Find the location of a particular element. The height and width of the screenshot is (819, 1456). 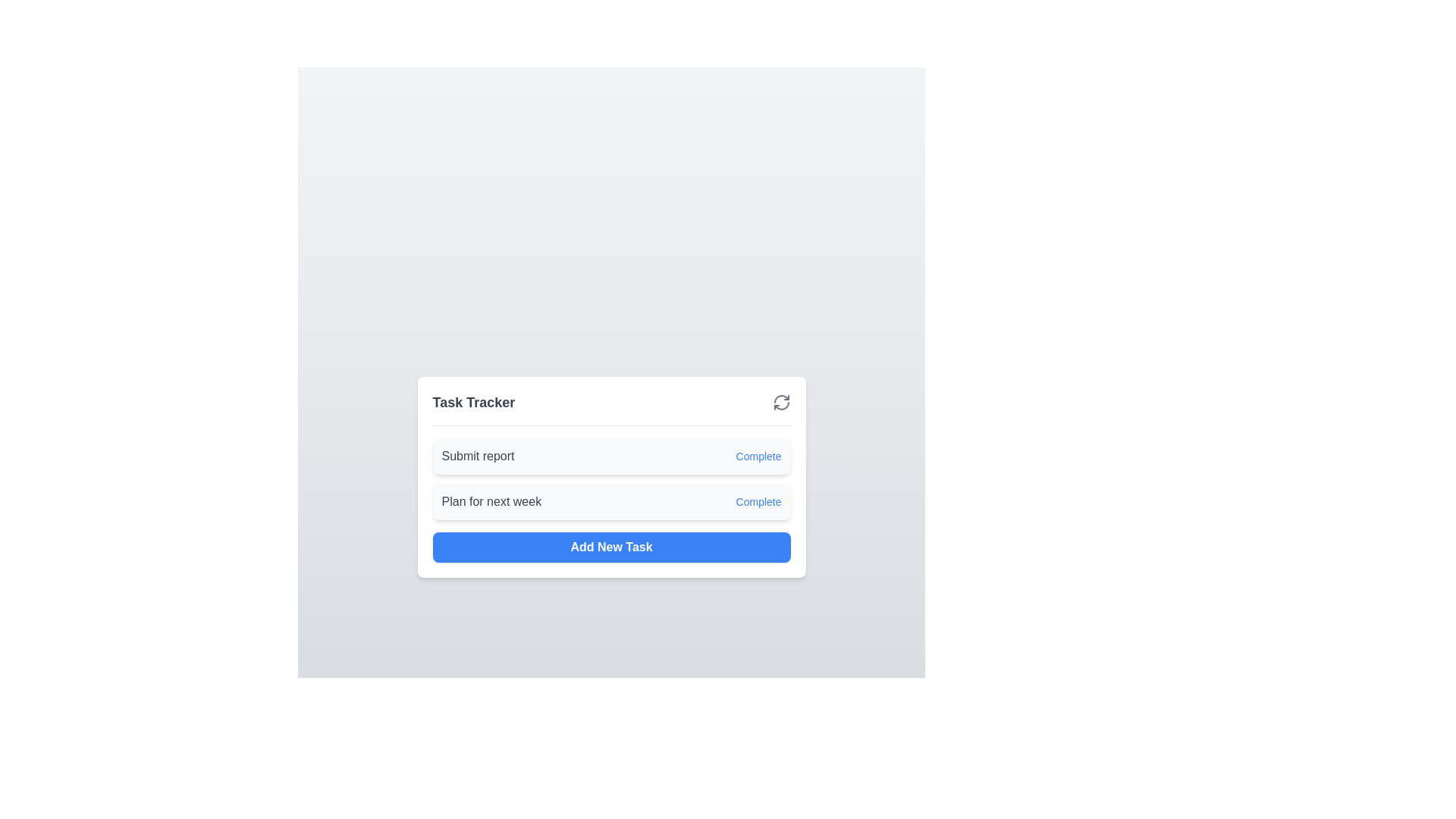

the refresh icon located in the top-right corner of the 'Task Tracker' header is located at coordinates (781, 401).